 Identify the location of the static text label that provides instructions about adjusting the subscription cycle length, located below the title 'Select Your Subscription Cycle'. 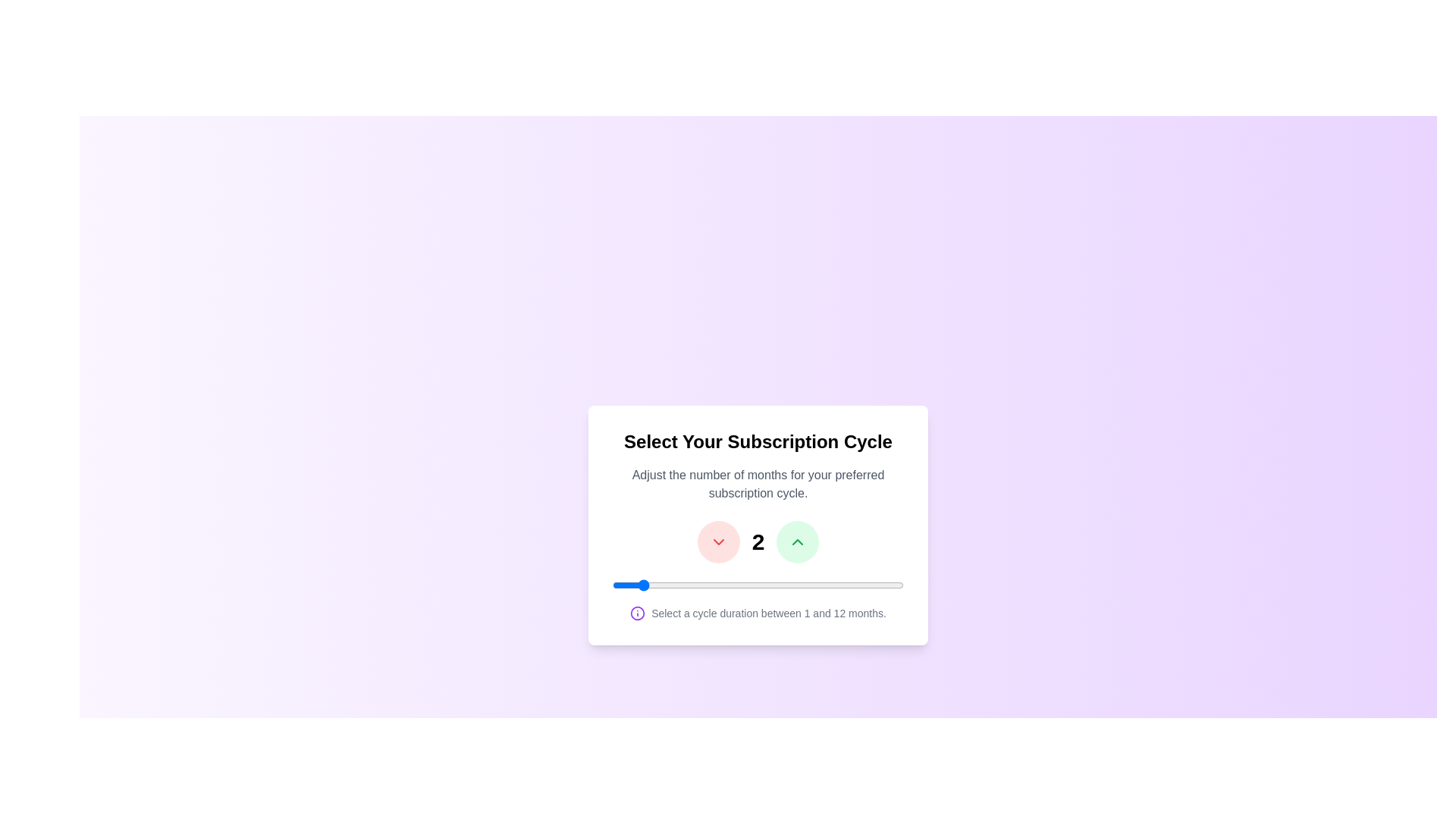
(758, 485).